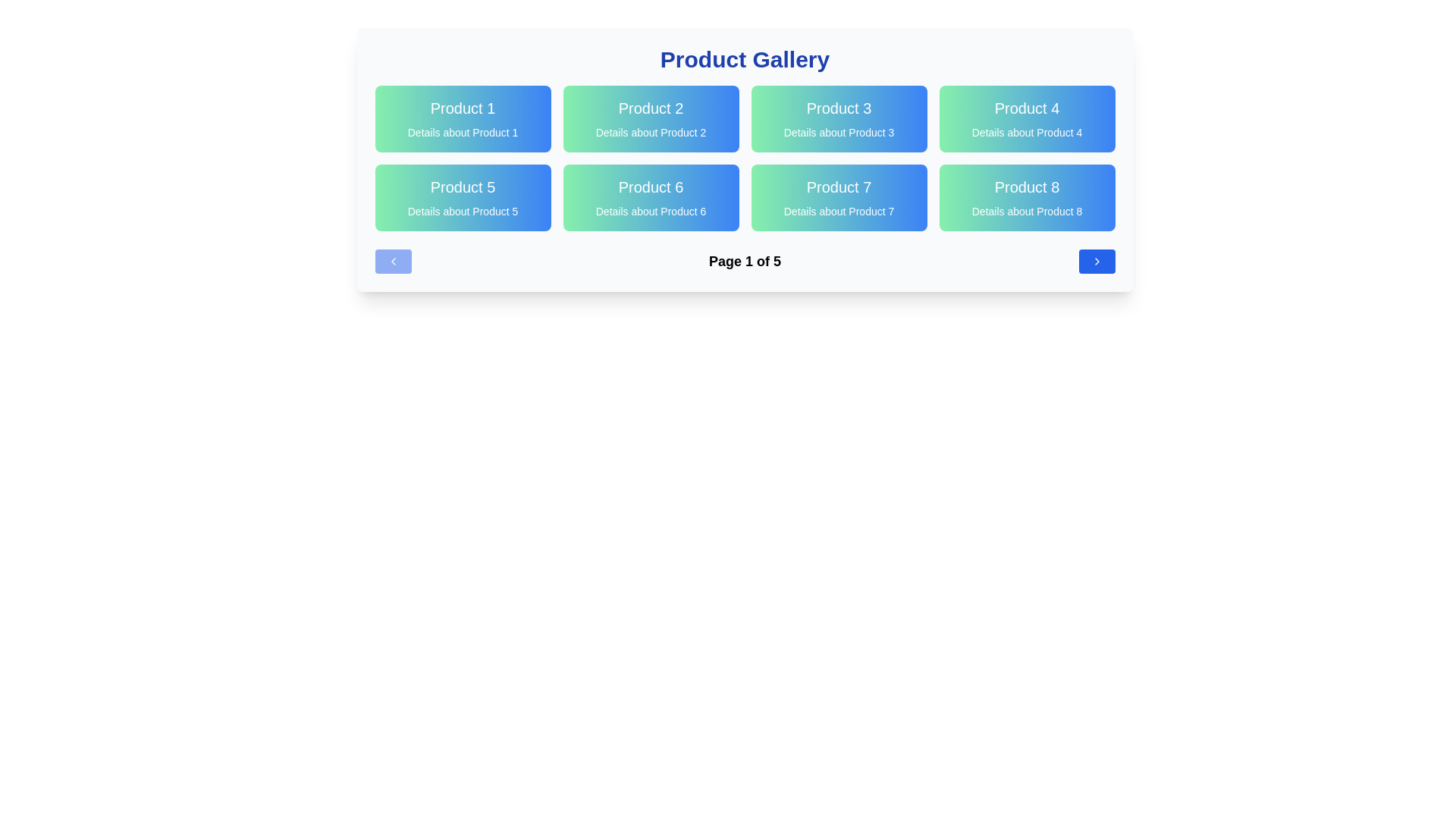  Describe the element at coordinates (1027, 118) in the screenshot. I see `the visual card presenting information about 'Product 4', located in the fourth column of the first row in a grid layout` at that location.